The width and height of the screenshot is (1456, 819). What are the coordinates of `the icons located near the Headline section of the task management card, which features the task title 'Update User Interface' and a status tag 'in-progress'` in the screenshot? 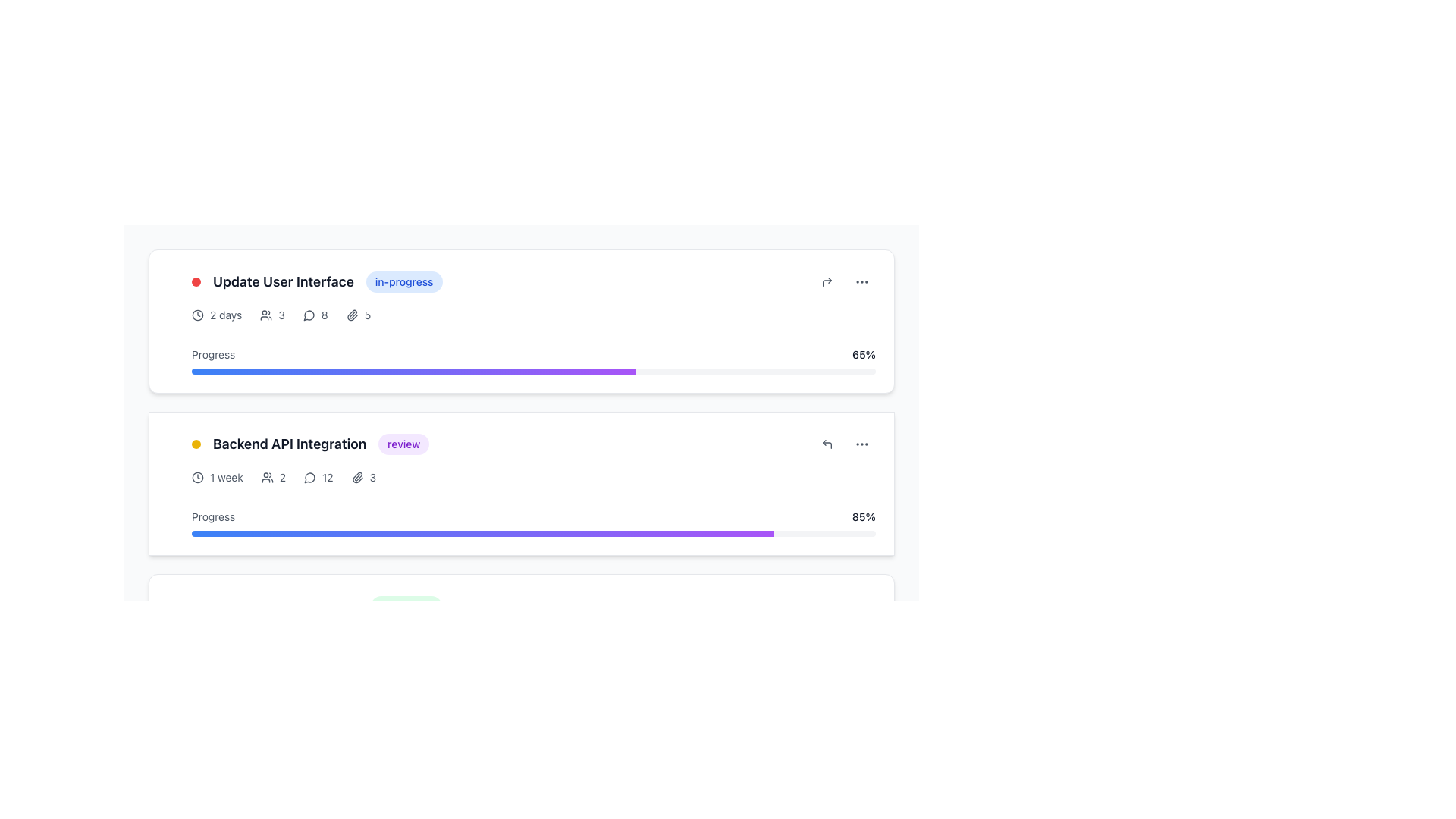 It's located at (534, 281).